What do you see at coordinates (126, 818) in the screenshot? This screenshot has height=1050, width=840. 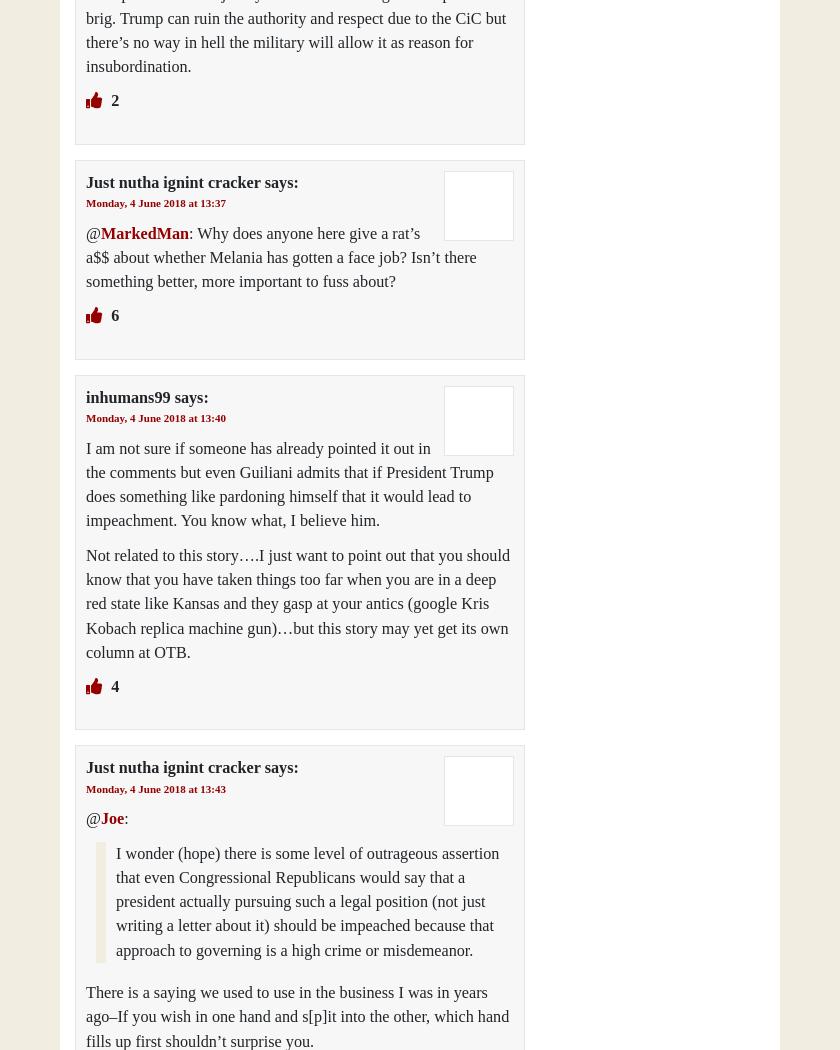 I see `':'` at bounding box center [126, 818].